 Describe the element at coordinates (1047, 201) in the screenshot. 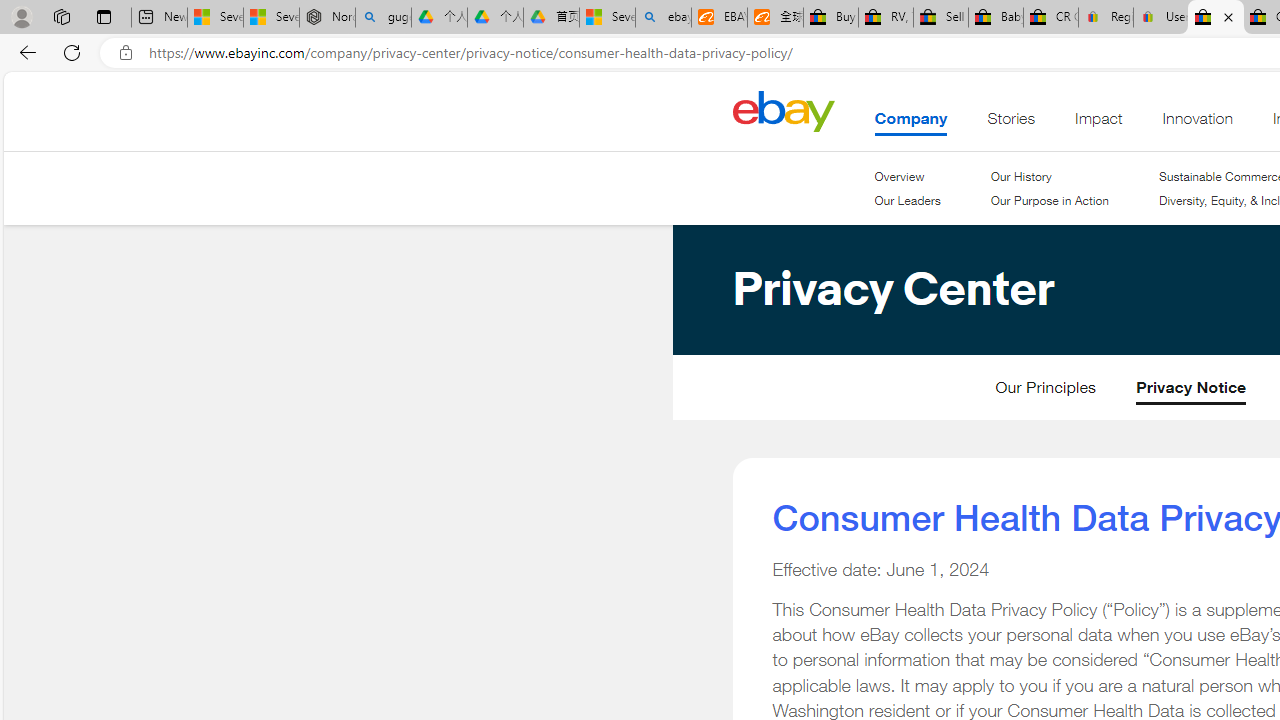

I see `'Our Purpose in Action'` at that location.